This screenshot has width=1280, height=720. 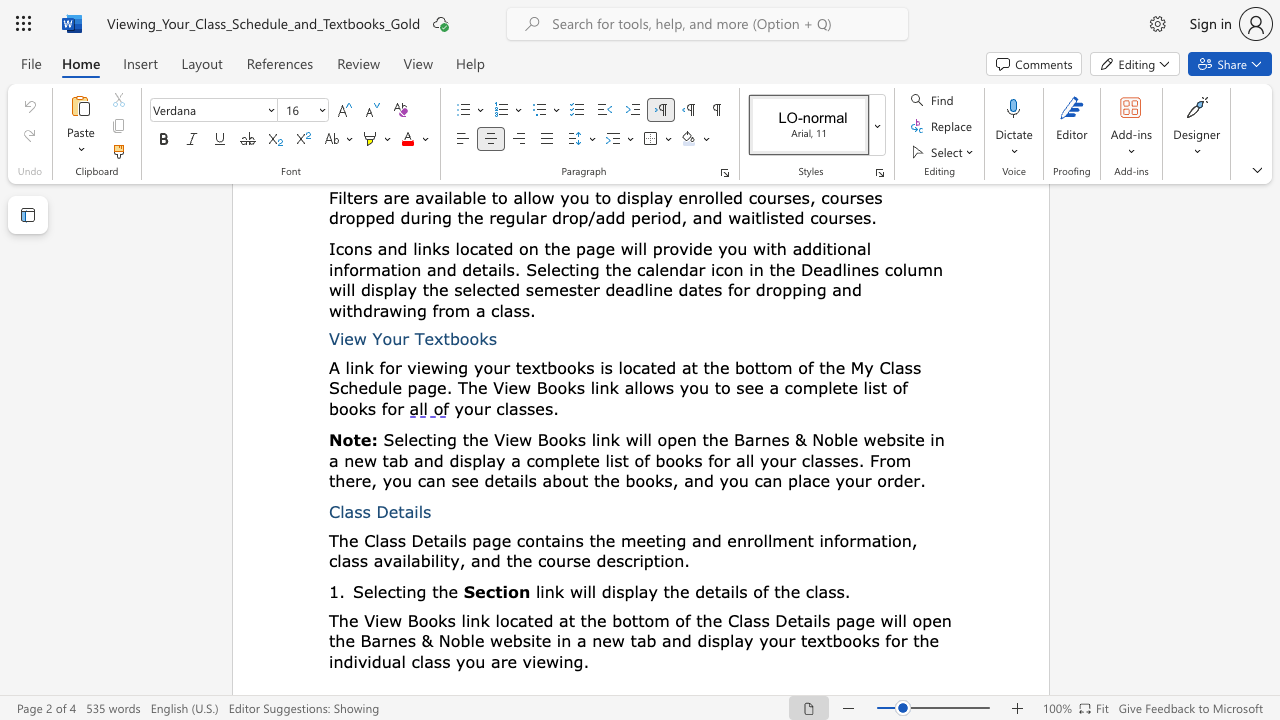 I want to click on the subset text "lecti" within the text "Selecting the", so click(x=373, y=590).